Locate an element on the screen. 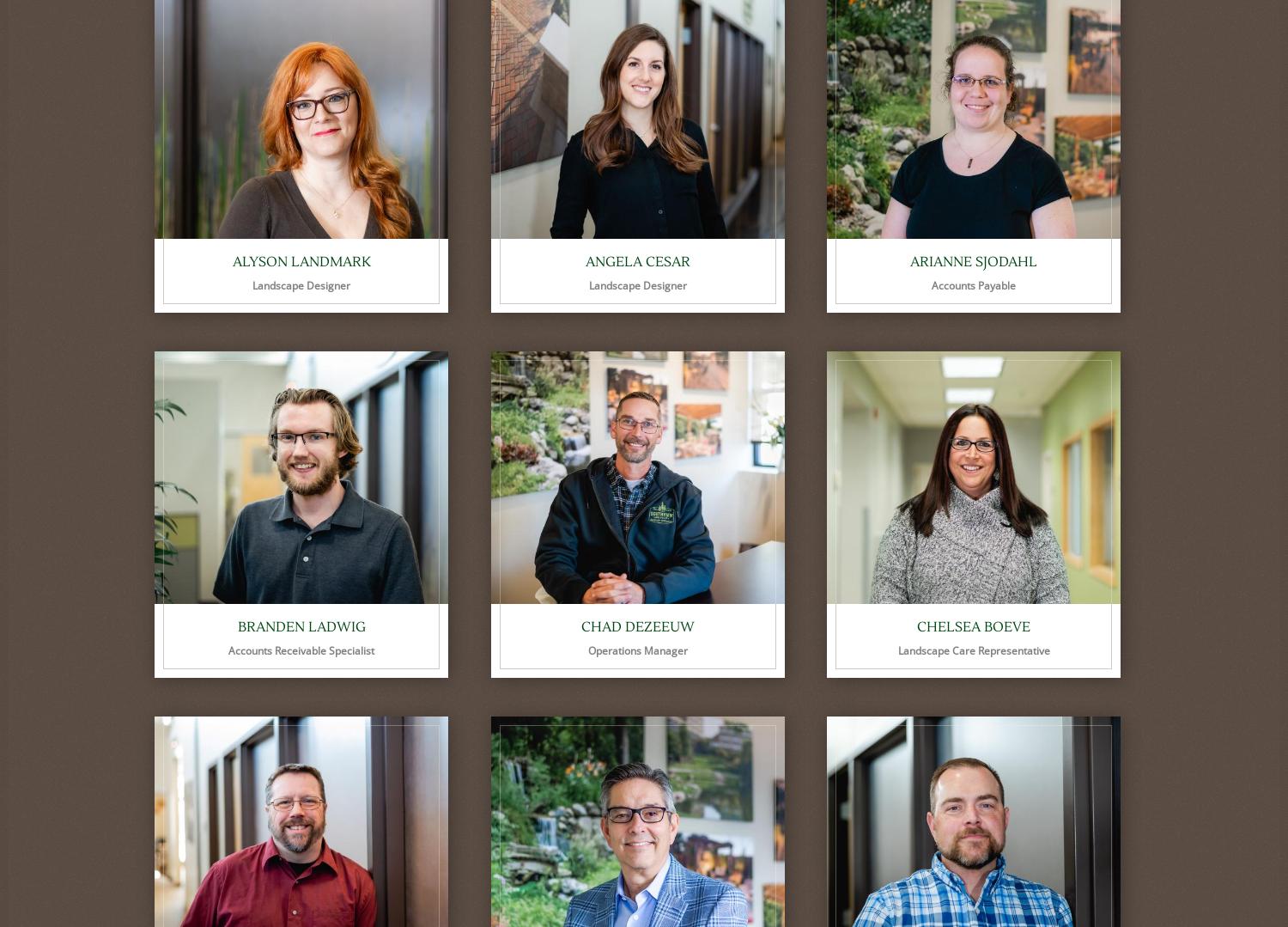 Image resolution: width=1288 pixels, height=927 pixels. 'Chelsea Boeve' is located at coordinates (974, 626).